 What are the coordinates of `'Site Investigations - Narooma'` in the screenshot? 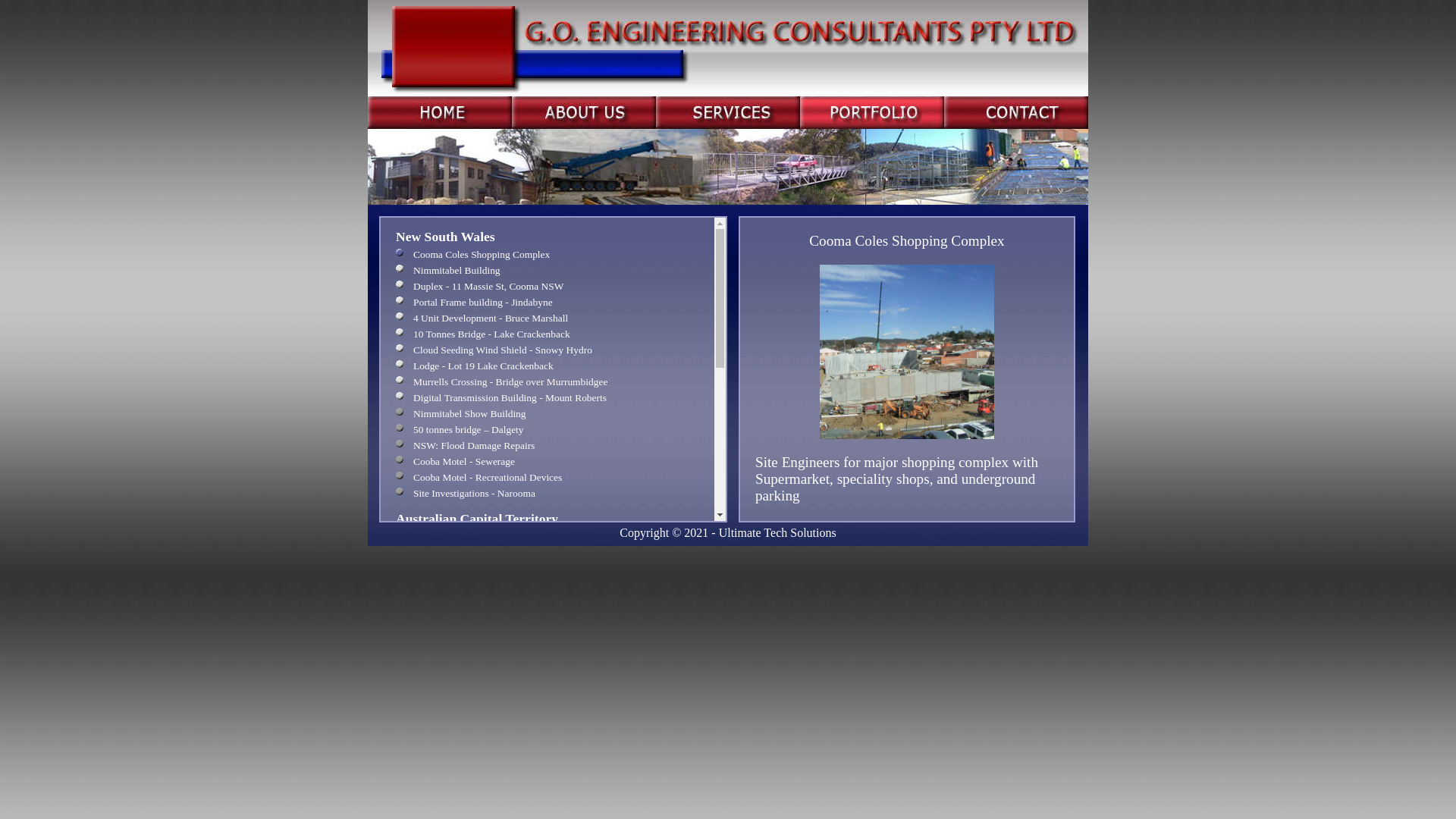 It's located at (396, 494).